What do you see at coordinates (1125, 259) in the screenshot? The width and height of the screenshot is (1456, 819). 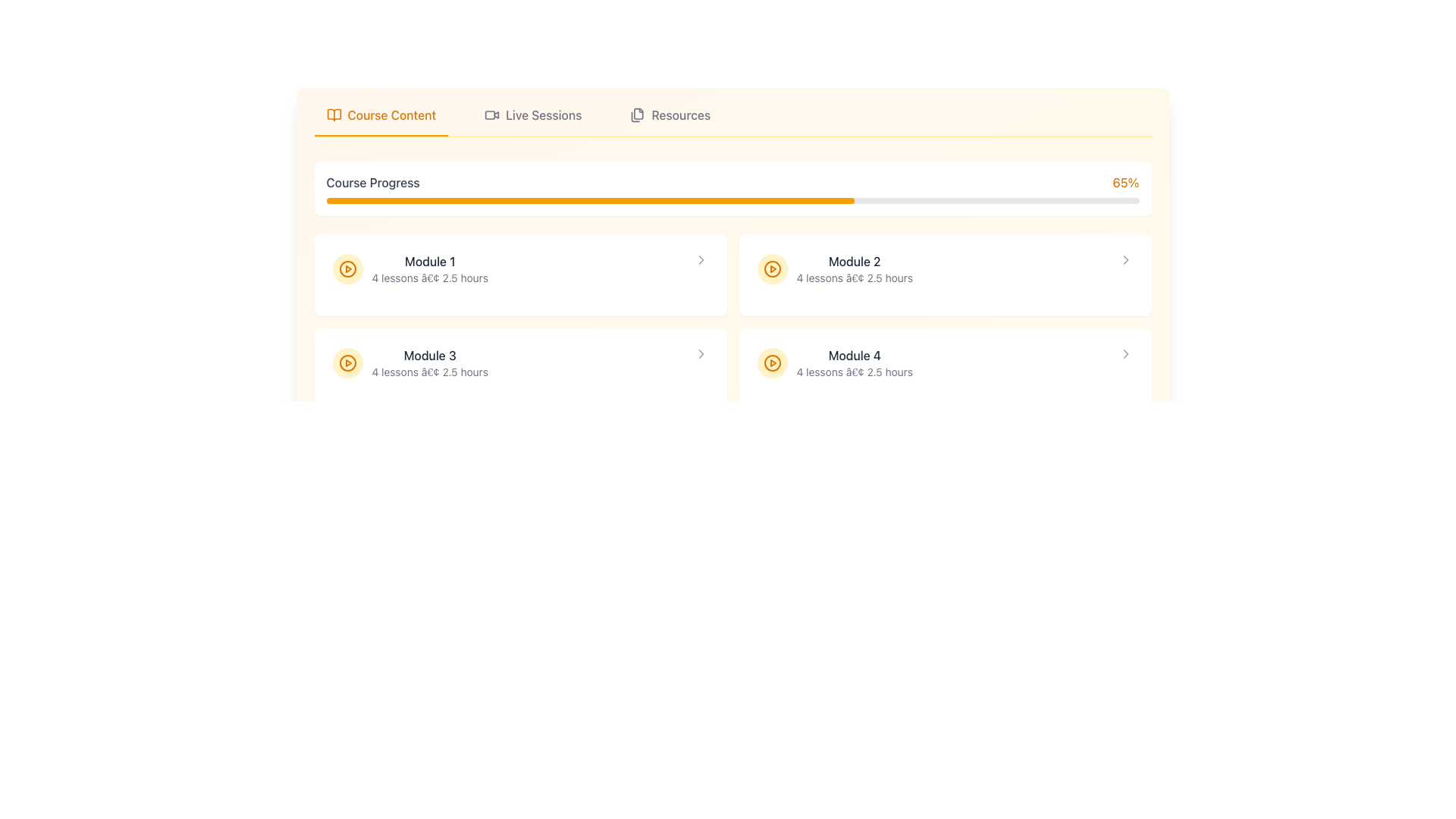 I see `the chevron icon located in the 'Module 2' card section` at bounding box center [1125, 259].